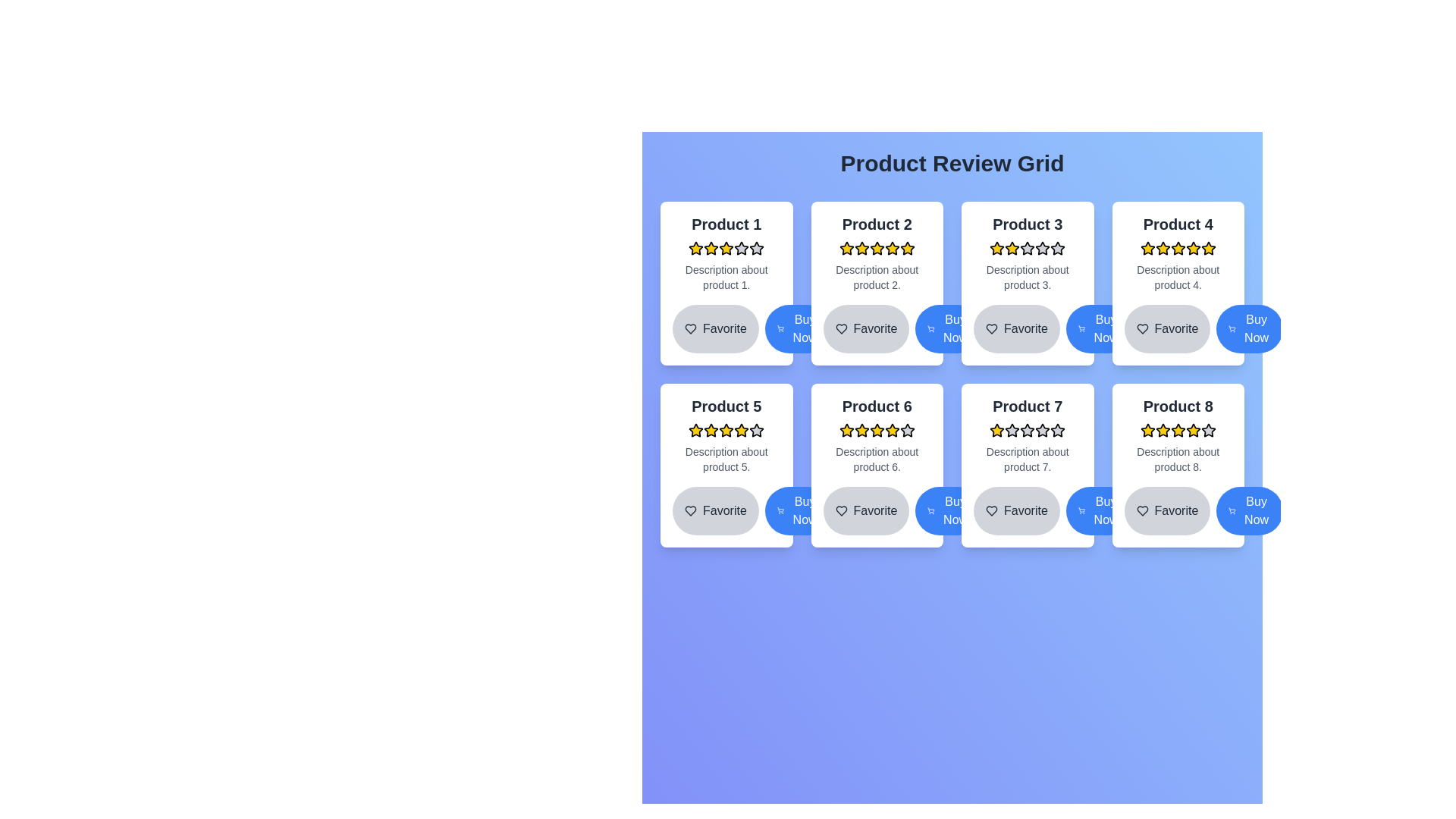 The image size is (1456, 819). I want to click on the gray unfilled star icon representing the rating for 'Product 8' in the second row of the grid to rate the product, so click(1207, 430).